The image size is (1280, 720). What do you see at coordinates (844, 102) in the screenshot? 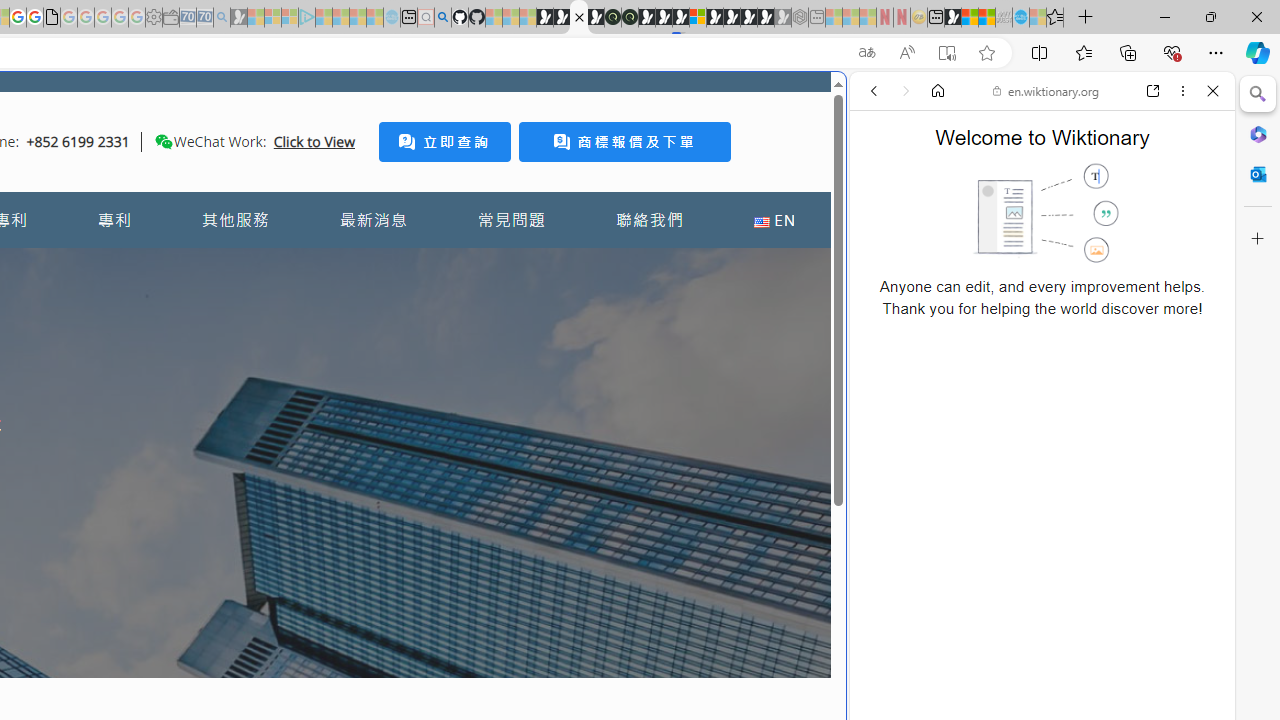
I see `'Close split screen'` at bounding box center [844, 102].